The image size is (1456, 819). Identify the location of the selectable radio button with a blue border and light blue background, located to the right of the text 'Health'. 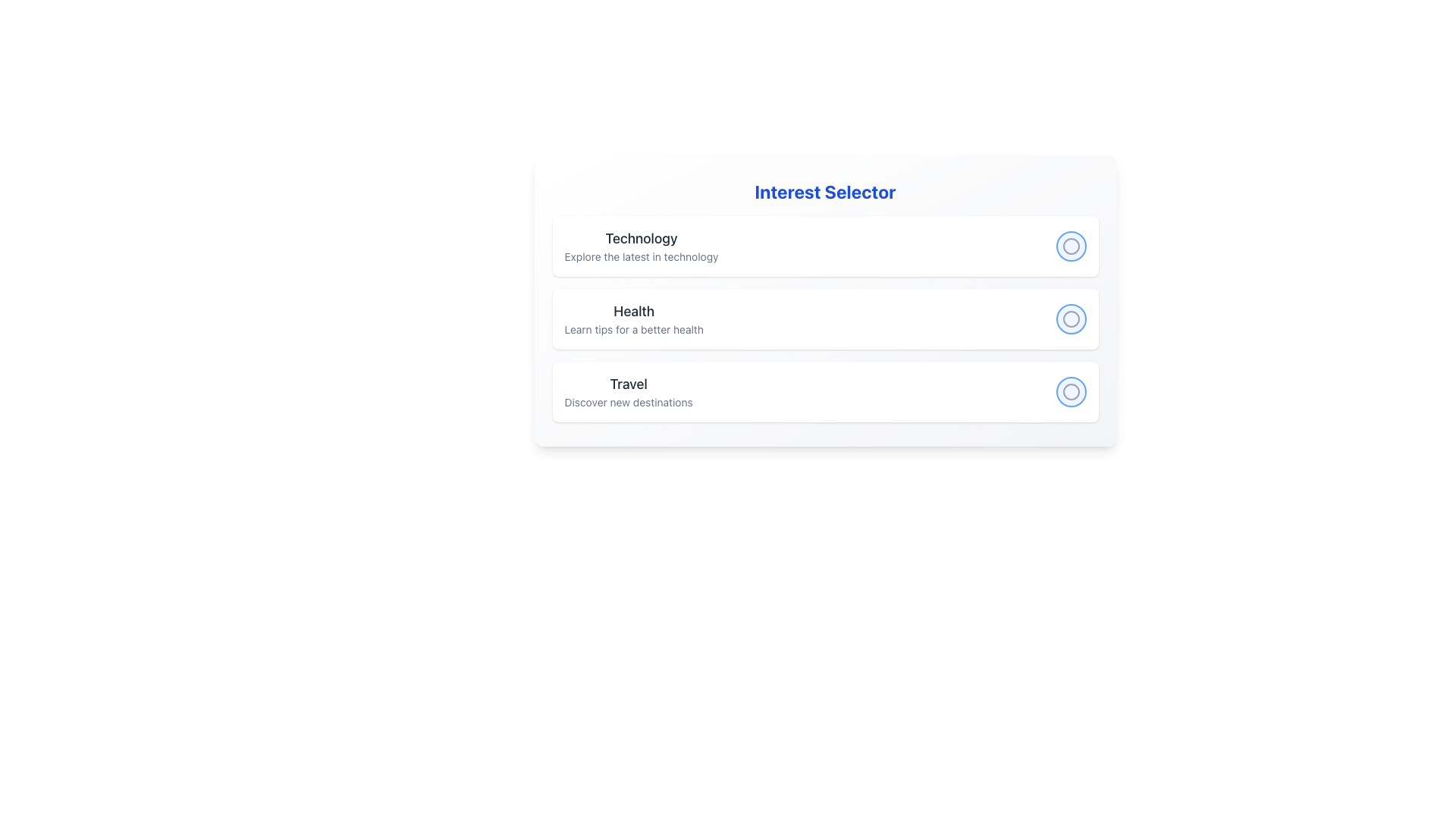
(1070, 318).